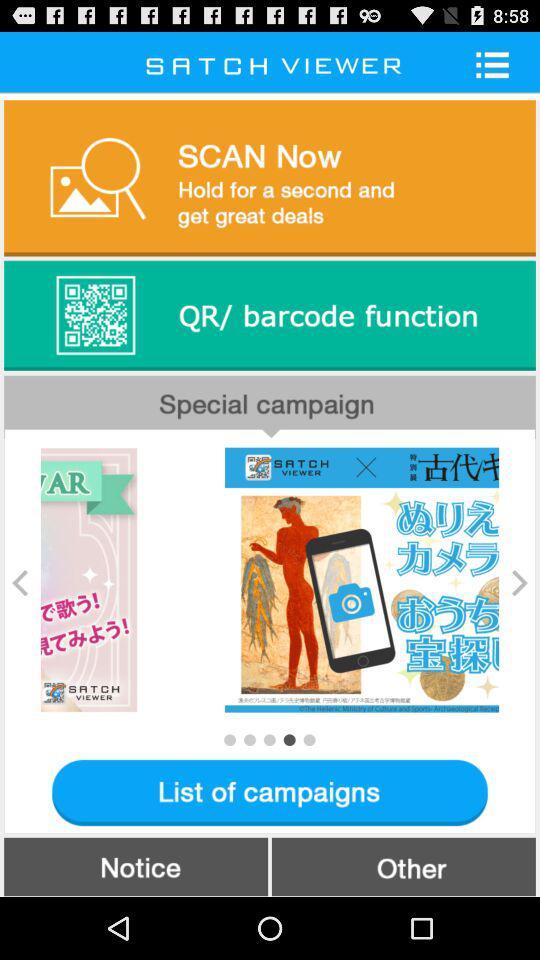 Image resolution: width=540 pixels, height=960 pixels. Describe the element at coordinates (270, 176) in the screenshot. I see `scan now` at that location.